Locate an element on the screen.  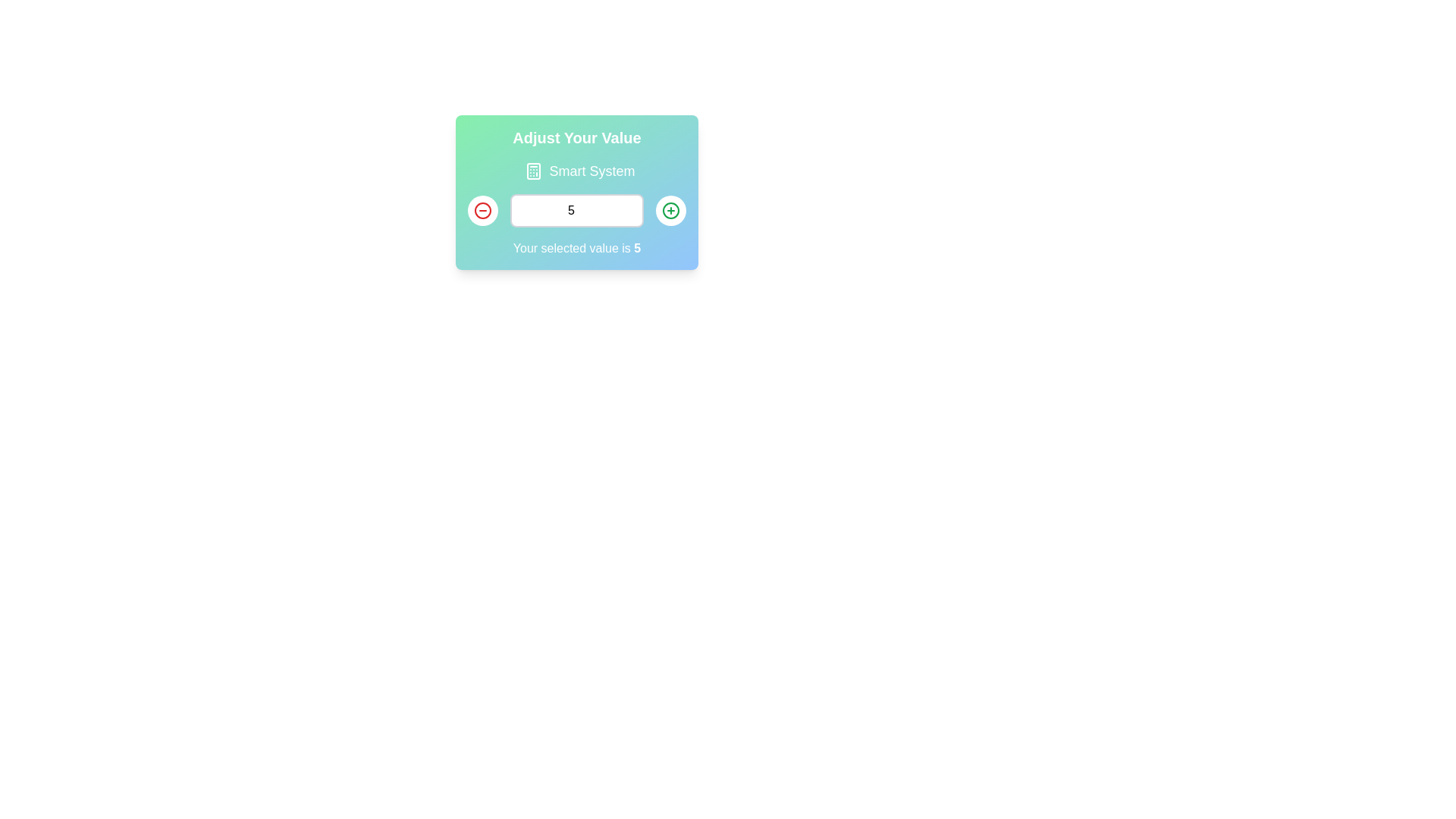
the rectangular component that resembles a calculator button, which is centrally positioned within the calculator icon is located at coordinates (534, 171).